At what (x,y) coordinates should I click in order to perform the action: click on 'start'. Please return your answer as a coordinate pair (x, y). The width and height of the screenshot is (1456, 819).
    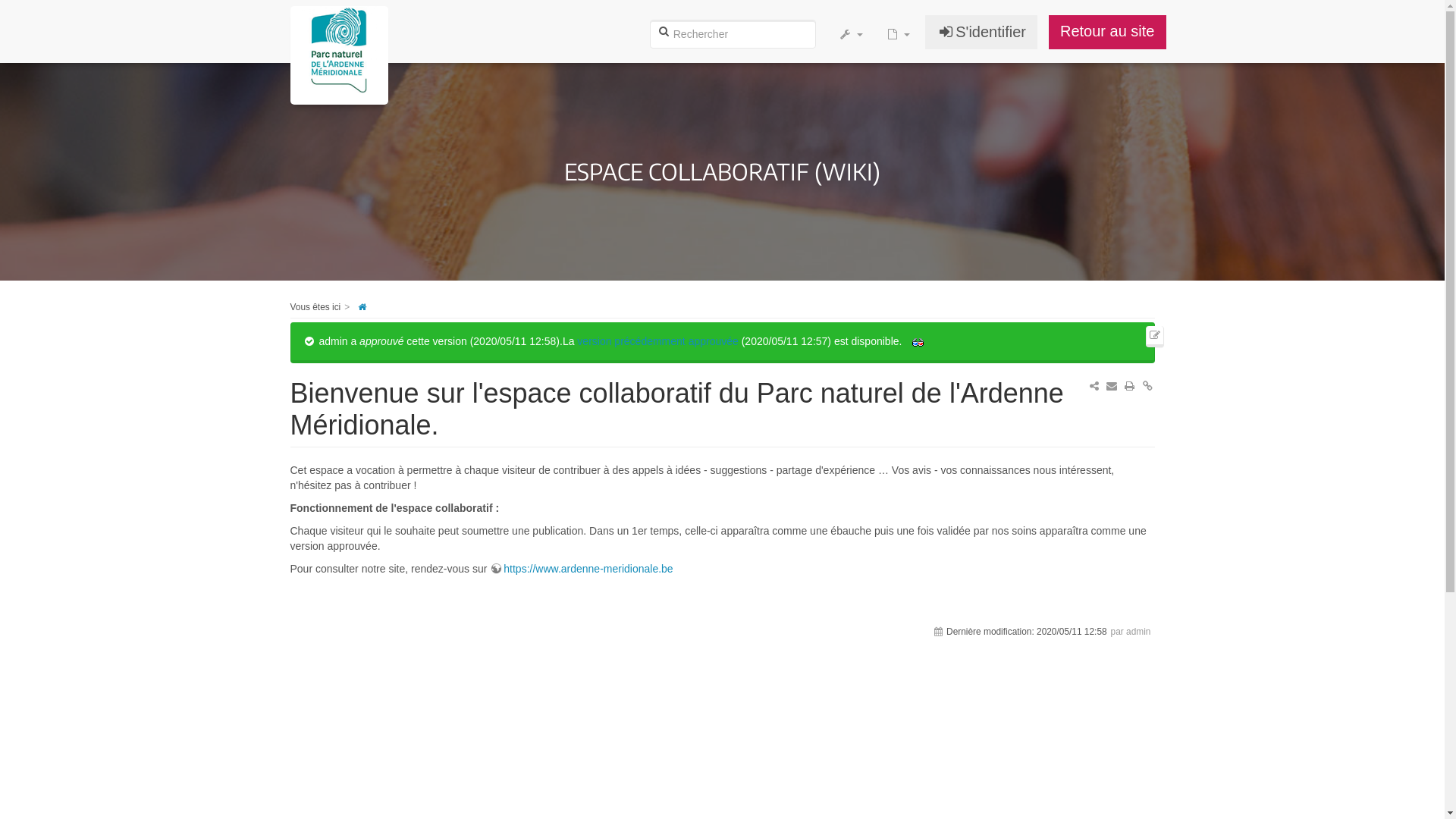
    Looking at the image, I should click on (361, 307).